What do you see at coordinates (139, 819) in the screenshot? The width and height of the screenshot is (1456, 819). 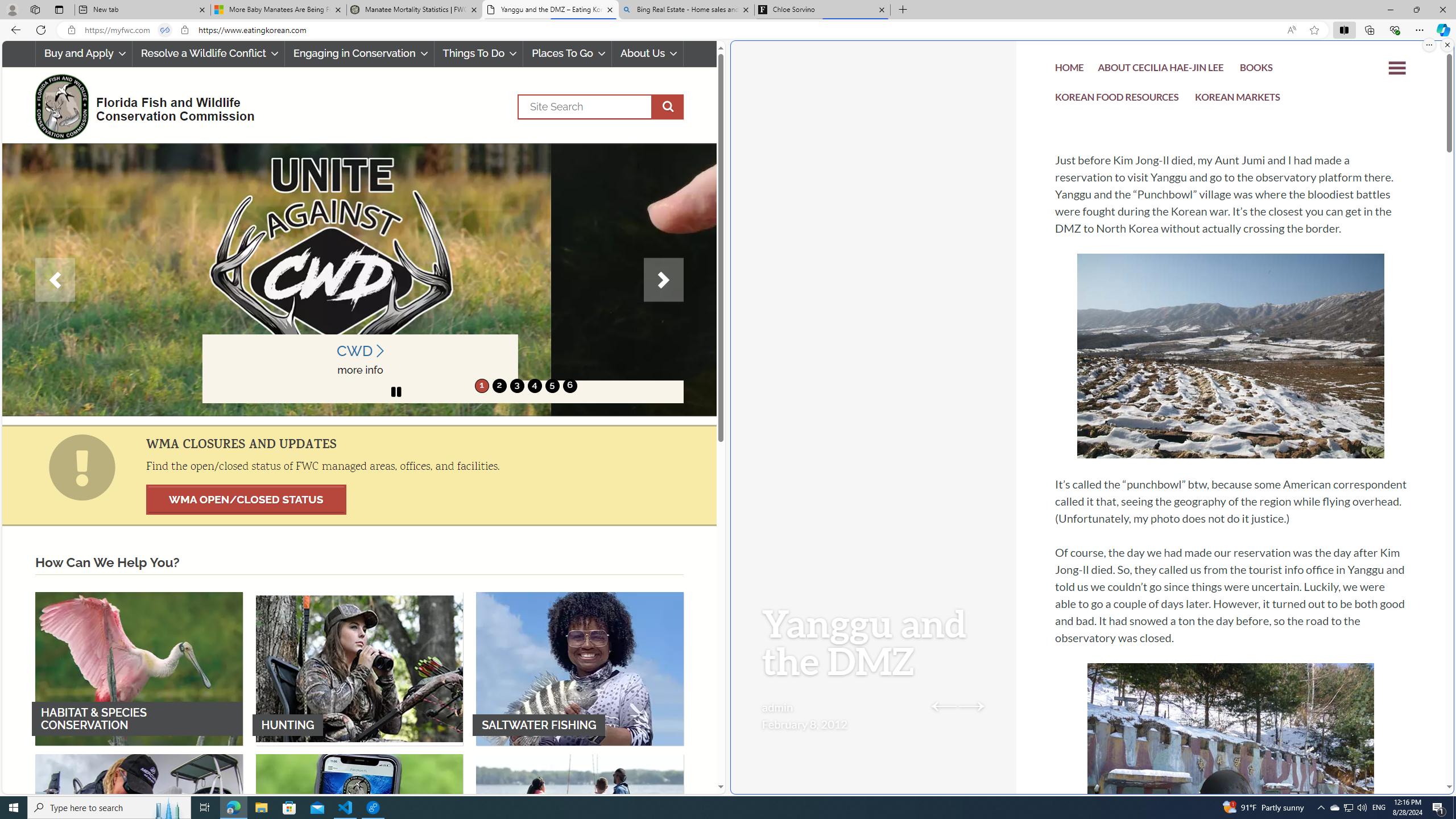 I see `'FRESHWATER FISHING'` at bounding box center [139, 819].